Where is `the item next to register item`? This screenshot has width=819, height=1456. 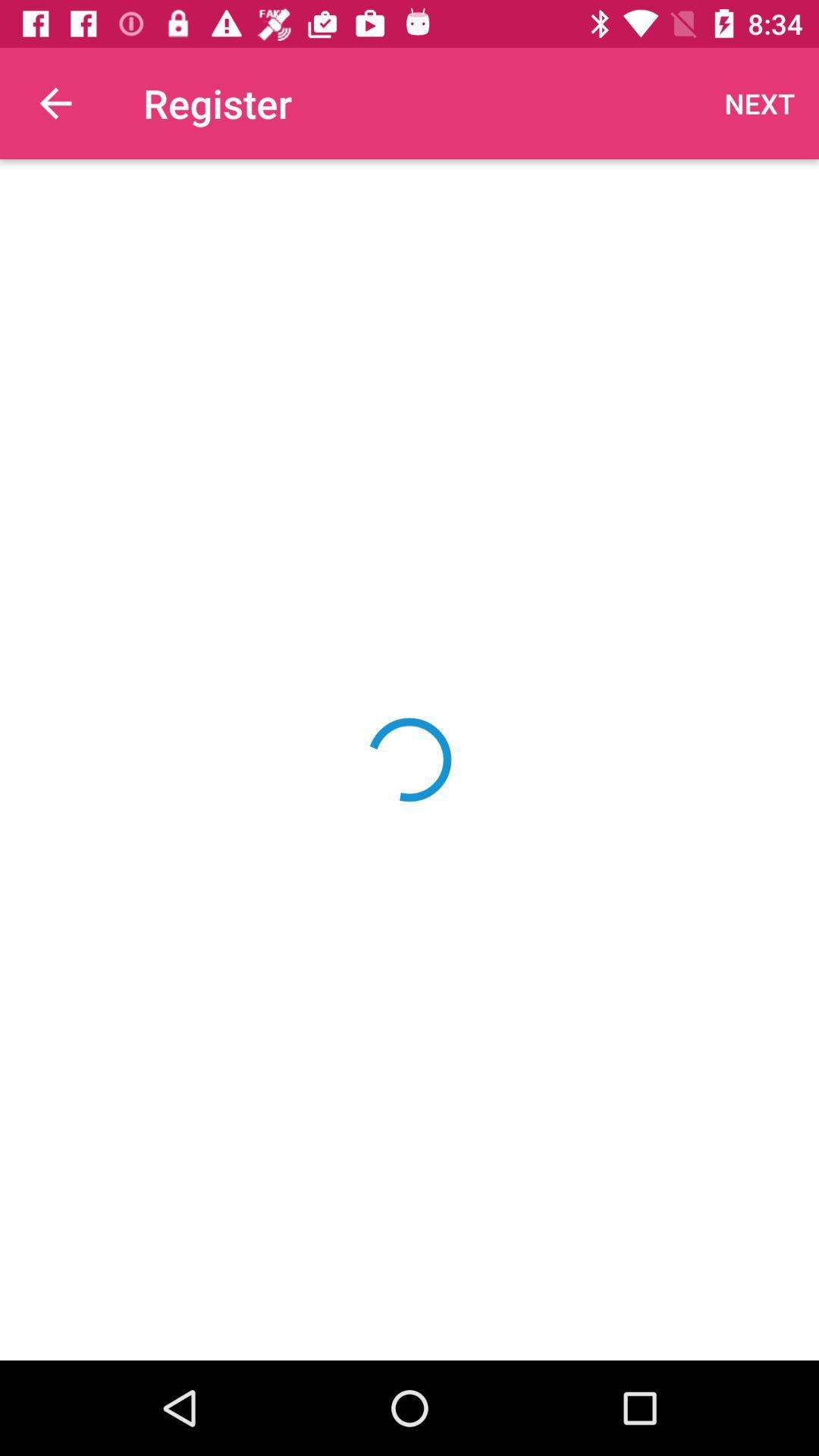 the item next to register item is located at coordinates (760, 102).